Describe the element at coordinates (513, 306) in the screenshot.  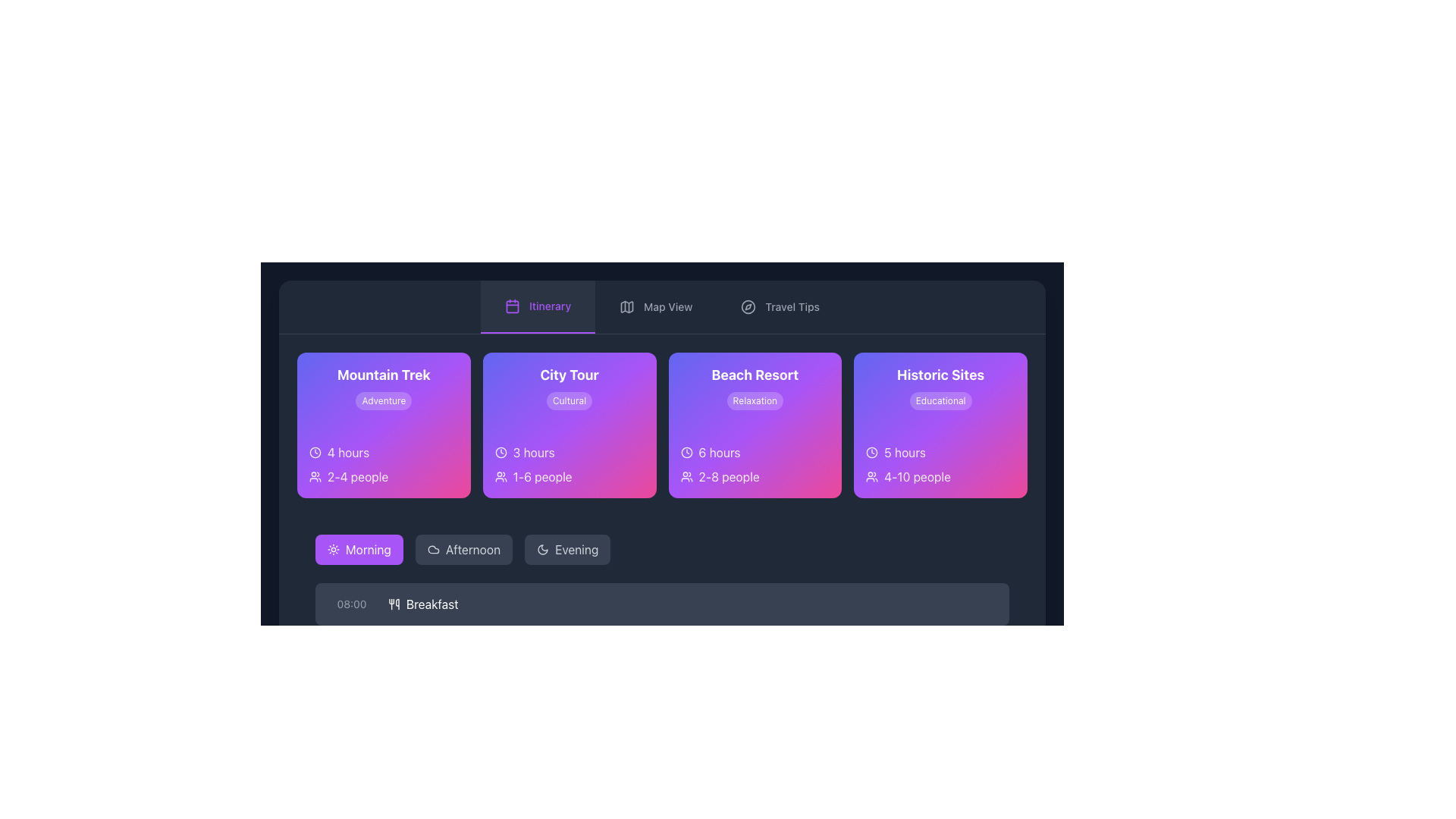
I see `the calendar icon with a purple border located to the left of the 'Itinerary' label` at that location.